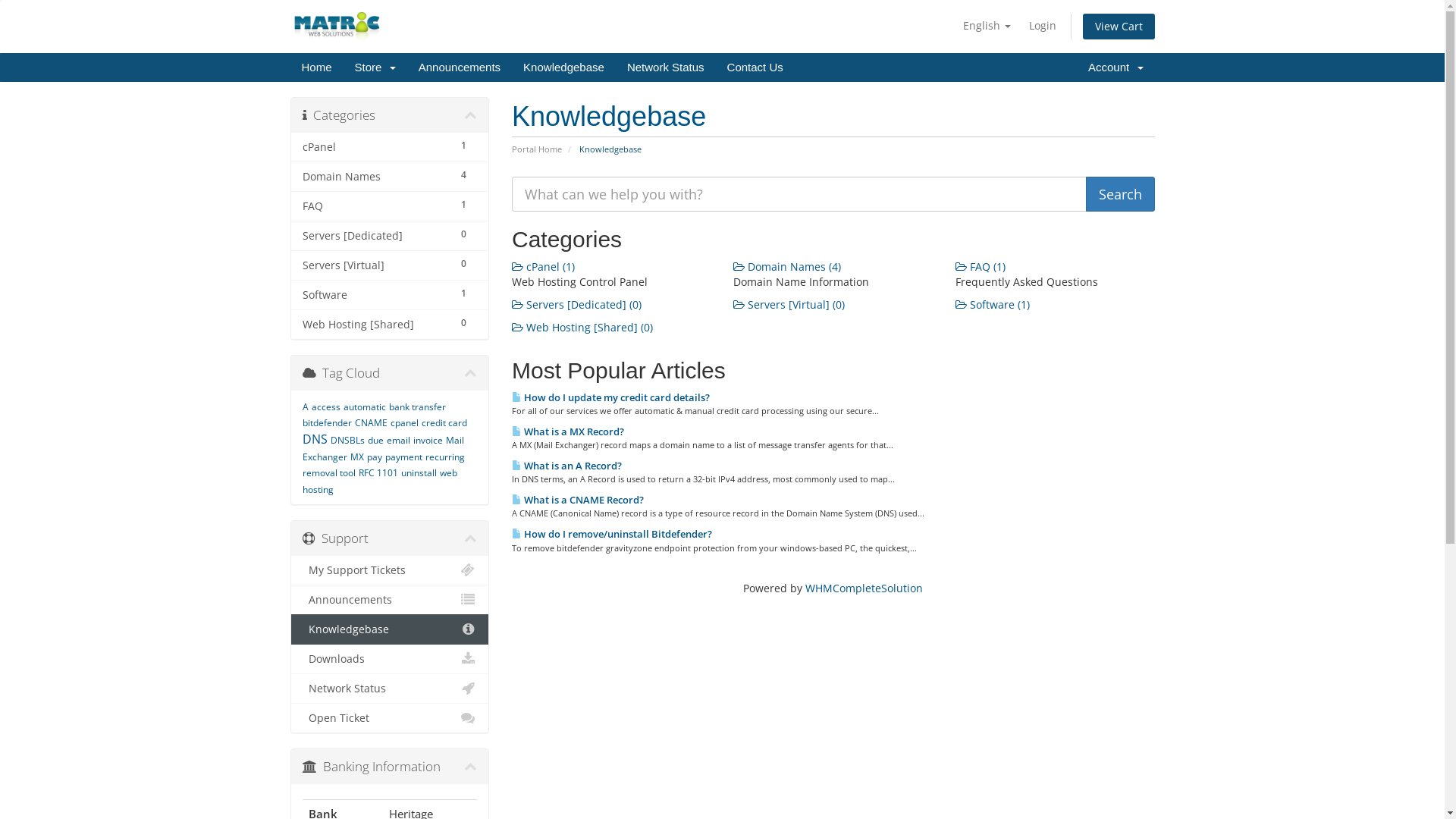 This screenshot has height=819, width=1456. What do you see at coordinates (755, 66) in the screenshot?
I see `'Contact Us'` at bounding box center [755, 66].